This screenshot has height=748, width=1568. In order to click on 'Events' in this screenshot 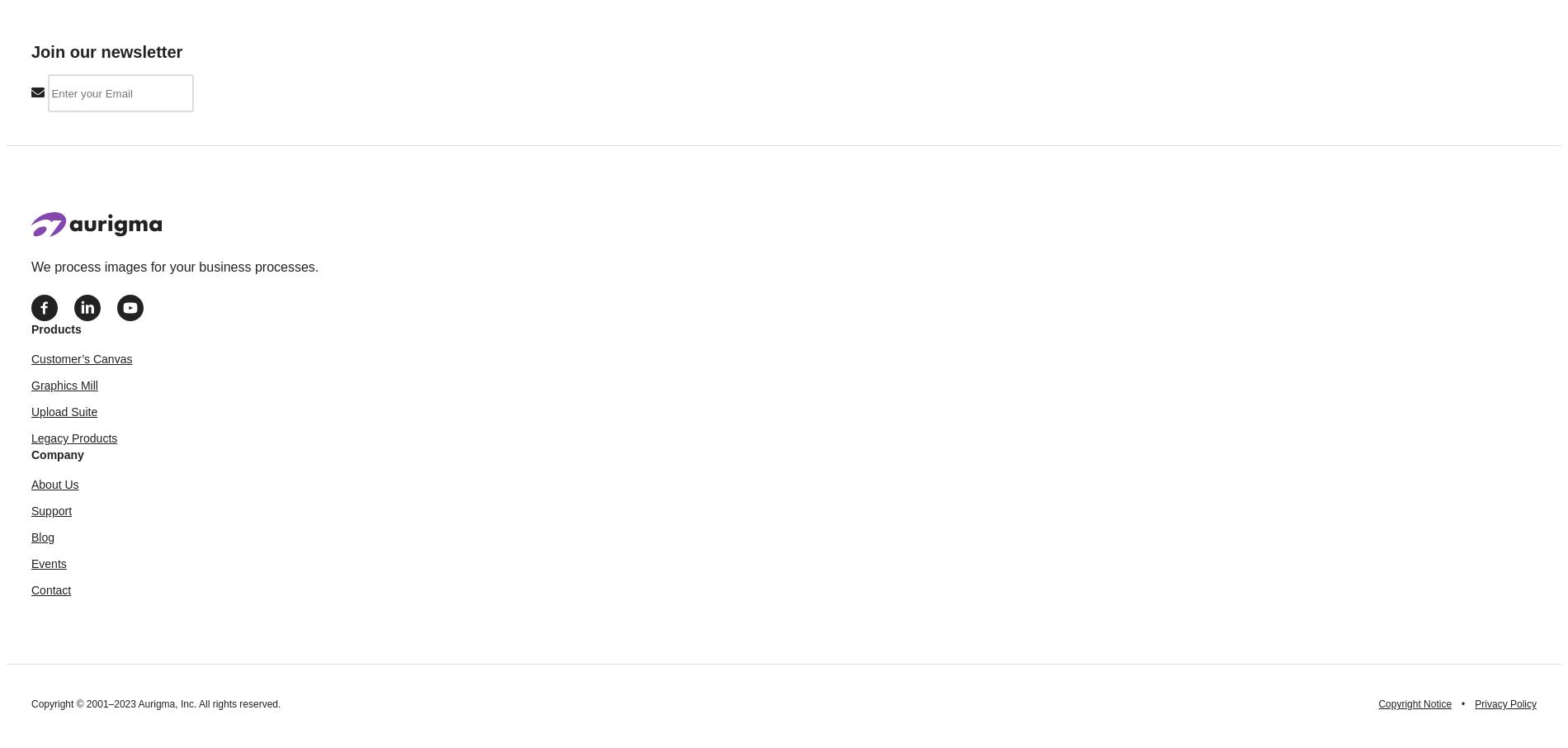, I will do `click(49, 564)`.